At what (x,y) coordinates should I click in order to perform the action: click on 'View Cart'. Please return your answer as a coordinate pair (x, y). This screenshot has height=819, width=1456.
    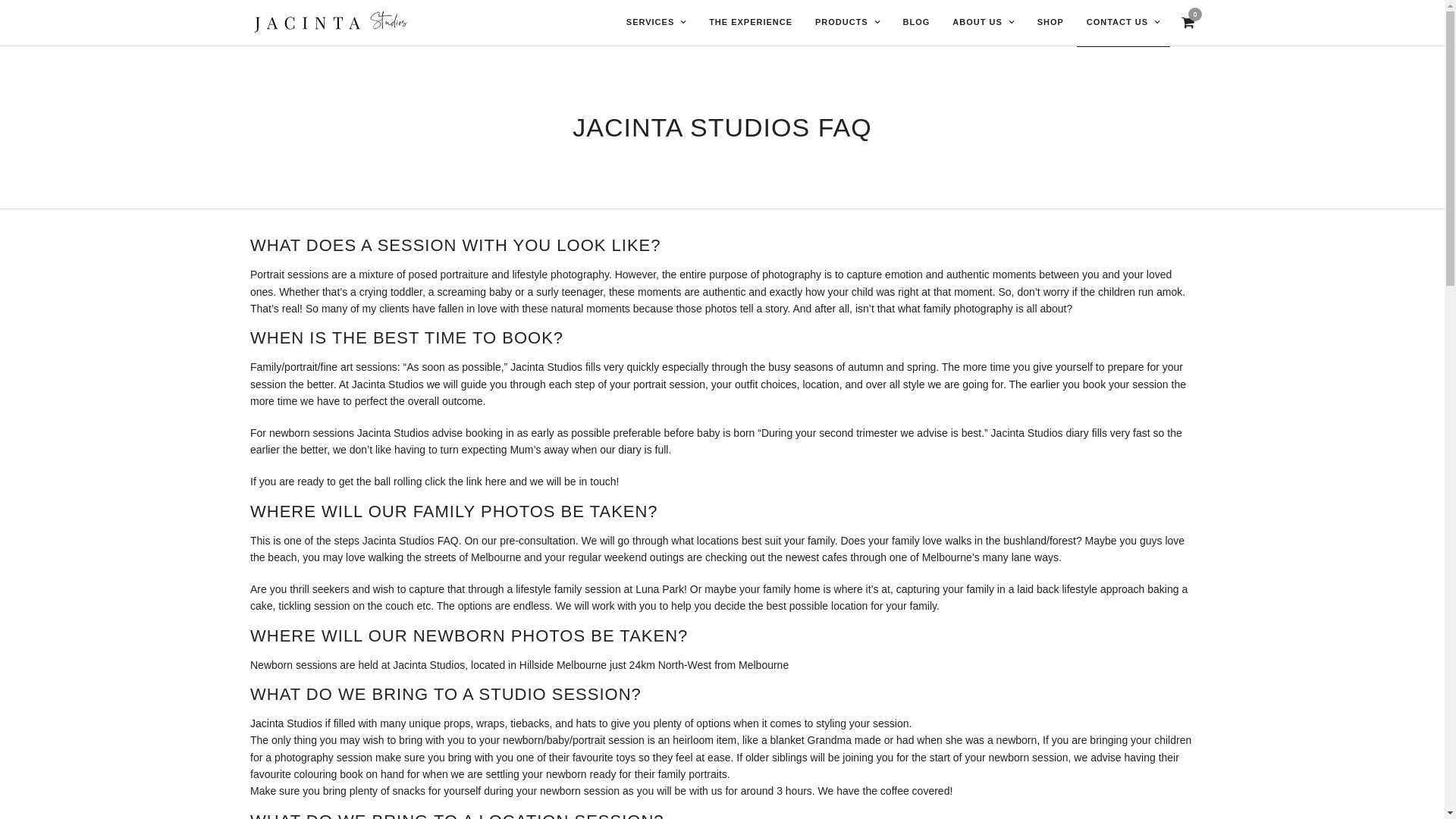
    Looking at the image, I should click on (1187, 23).